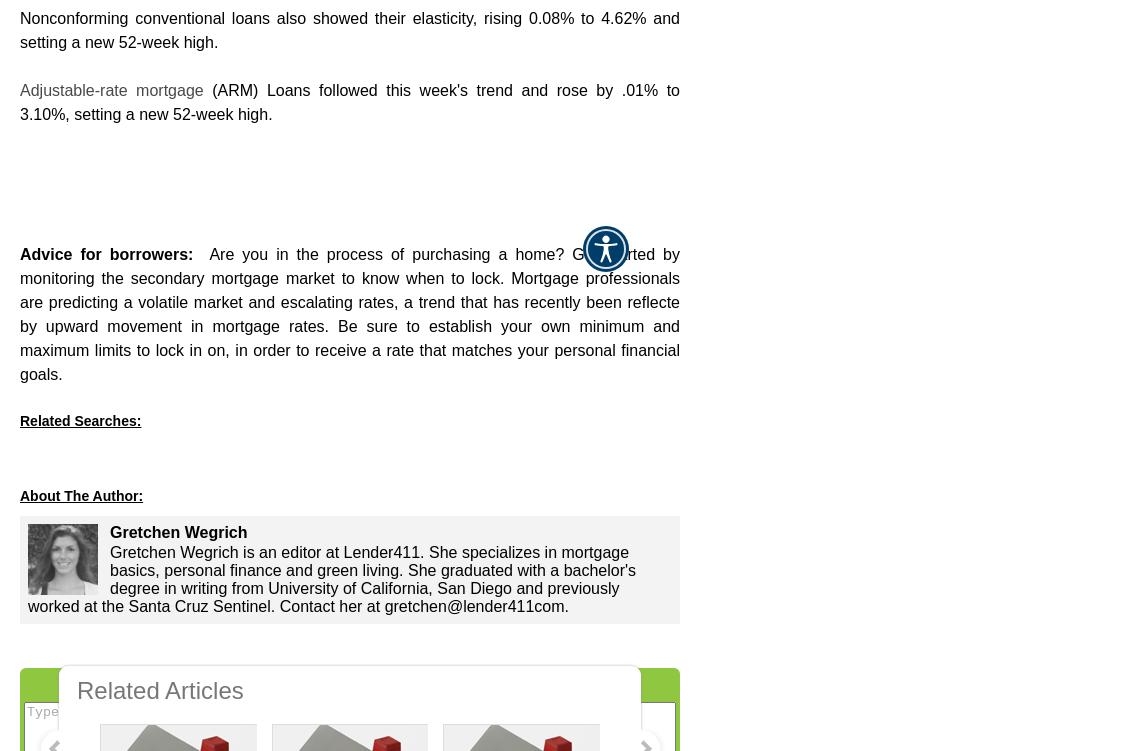  What do you see at coordinates (349, 101) in the screenshot?
I see `'(ARM) Loans followed this week's trend and rose by .01% to 3.10%, setting a new 52-week high.'` at bounding box center [349, 101].